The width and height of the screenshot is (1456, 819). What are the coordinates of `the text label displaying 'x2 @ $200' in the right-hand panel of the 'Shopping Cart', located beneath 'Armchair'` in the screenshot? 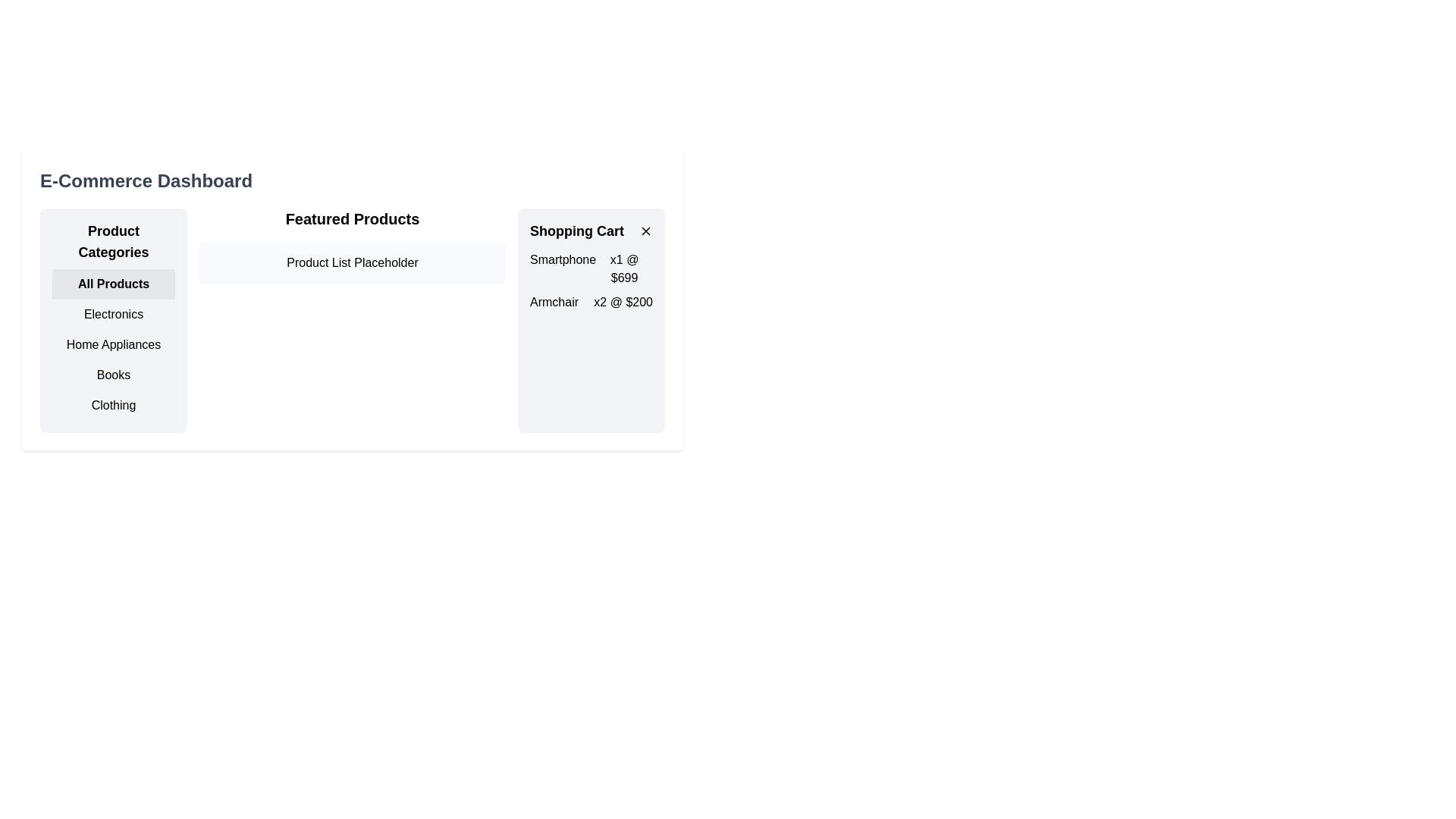 It's located at (623, 302).